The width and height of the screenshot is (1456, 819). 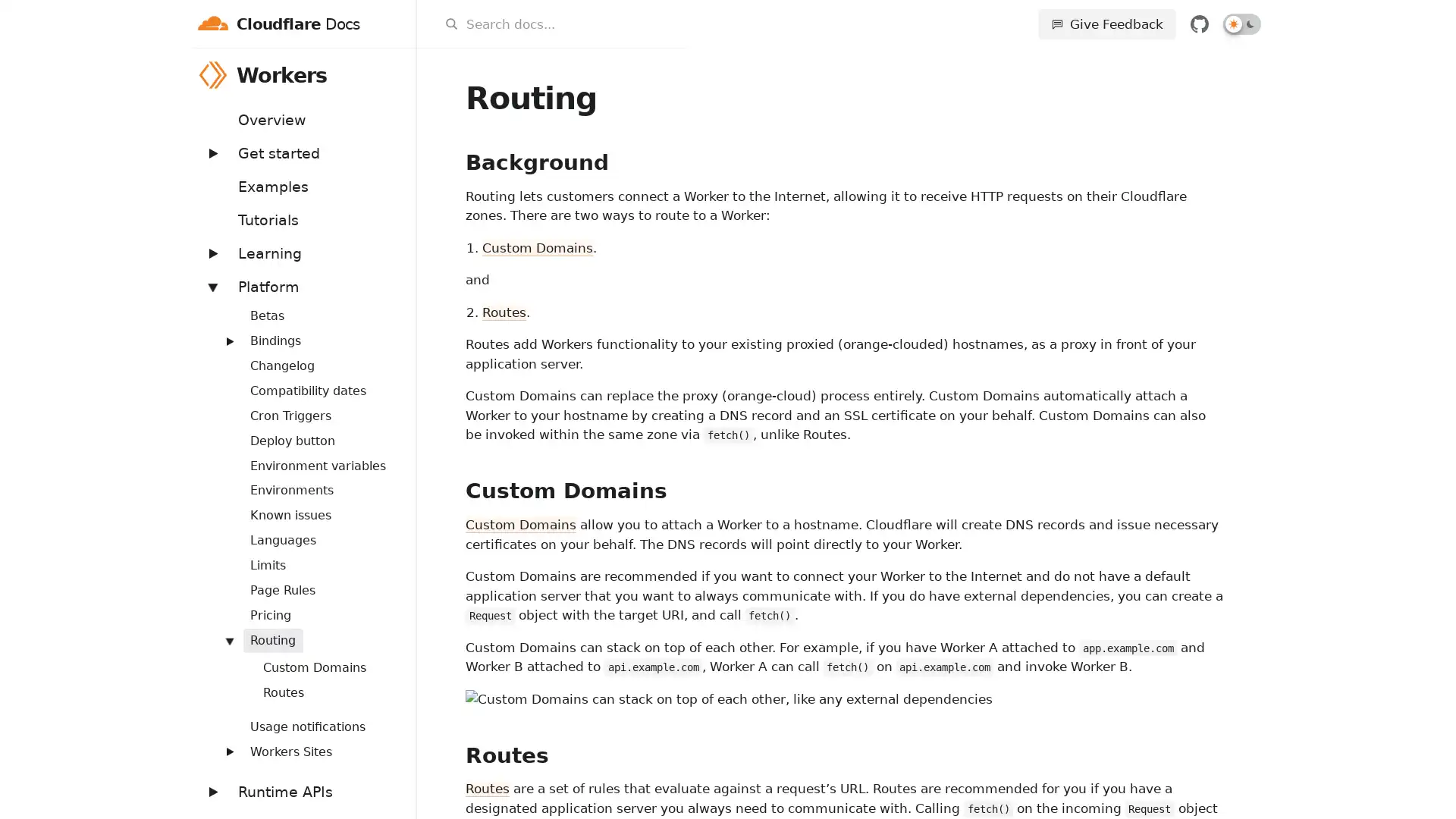 What do you see at coordinates (211, 791) in the screenshot?
I see `Expand: Runtime APIs` at bounding box center [211, 791].